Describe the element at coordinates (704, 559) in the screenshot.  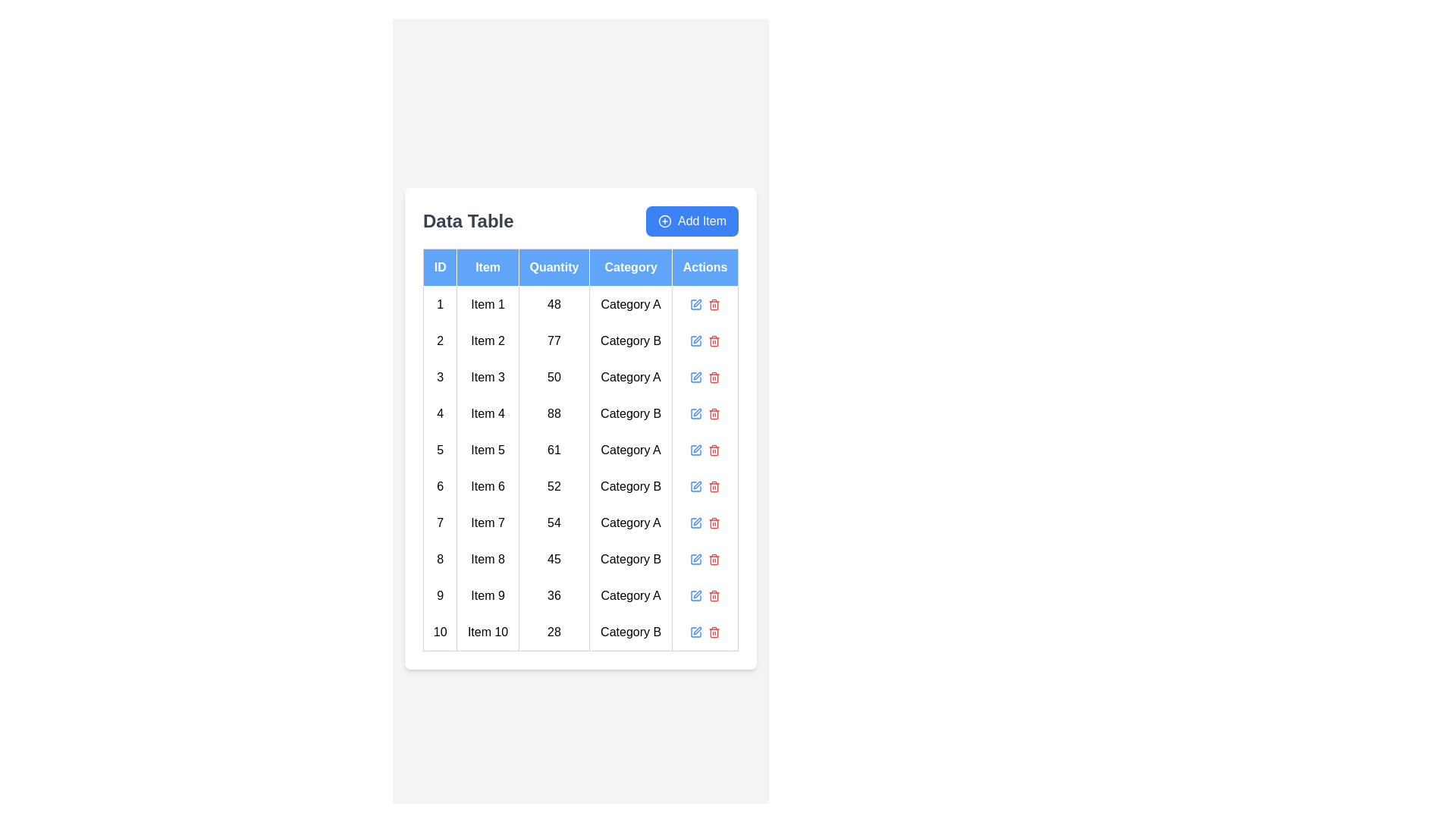
I see `the edit icon in the Actions column of the data table corresponding to Item 8` at that location.